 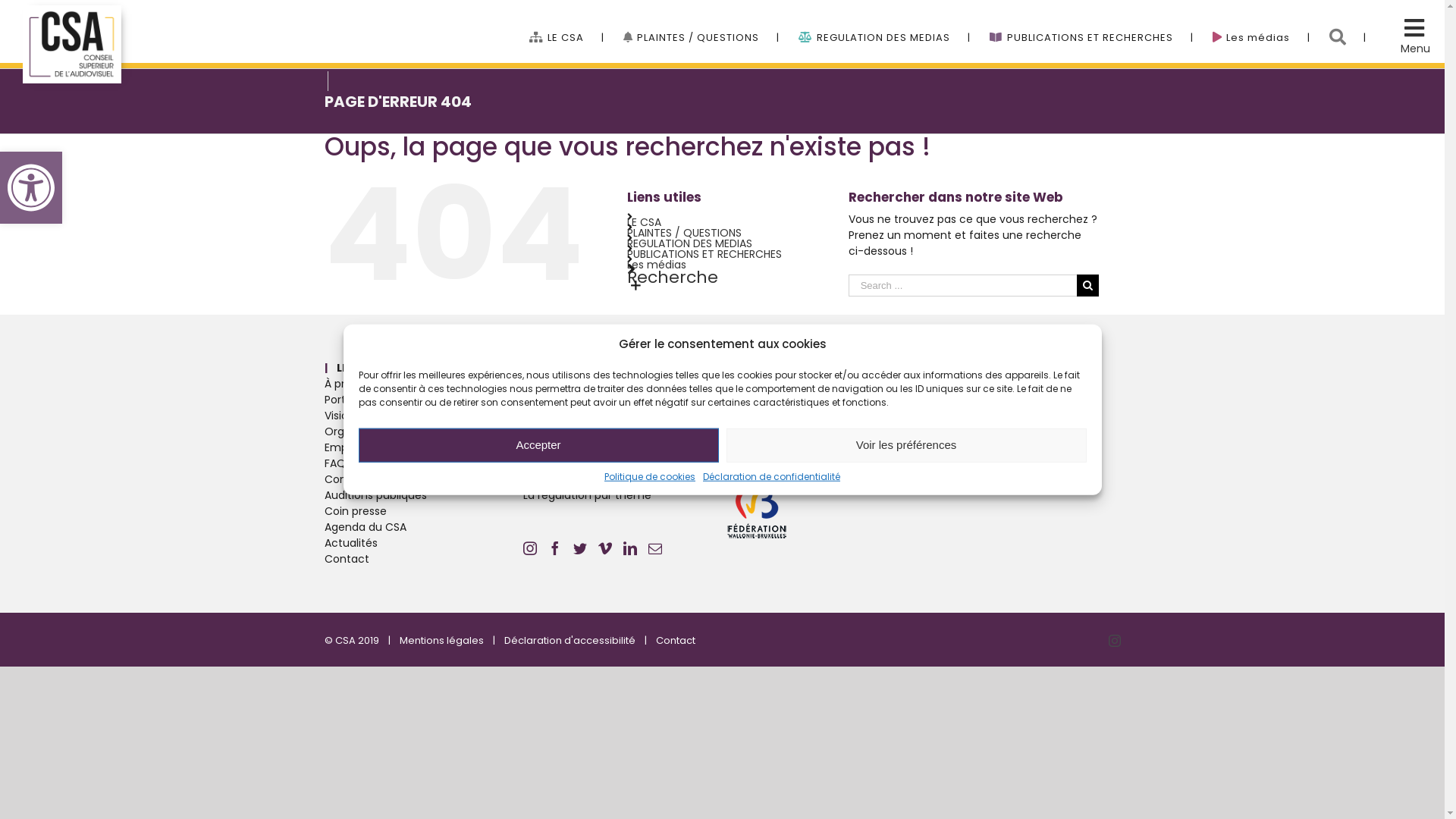 I want to click on 'PLAINTES / QUESTIONS', so click(x=701, y=22).